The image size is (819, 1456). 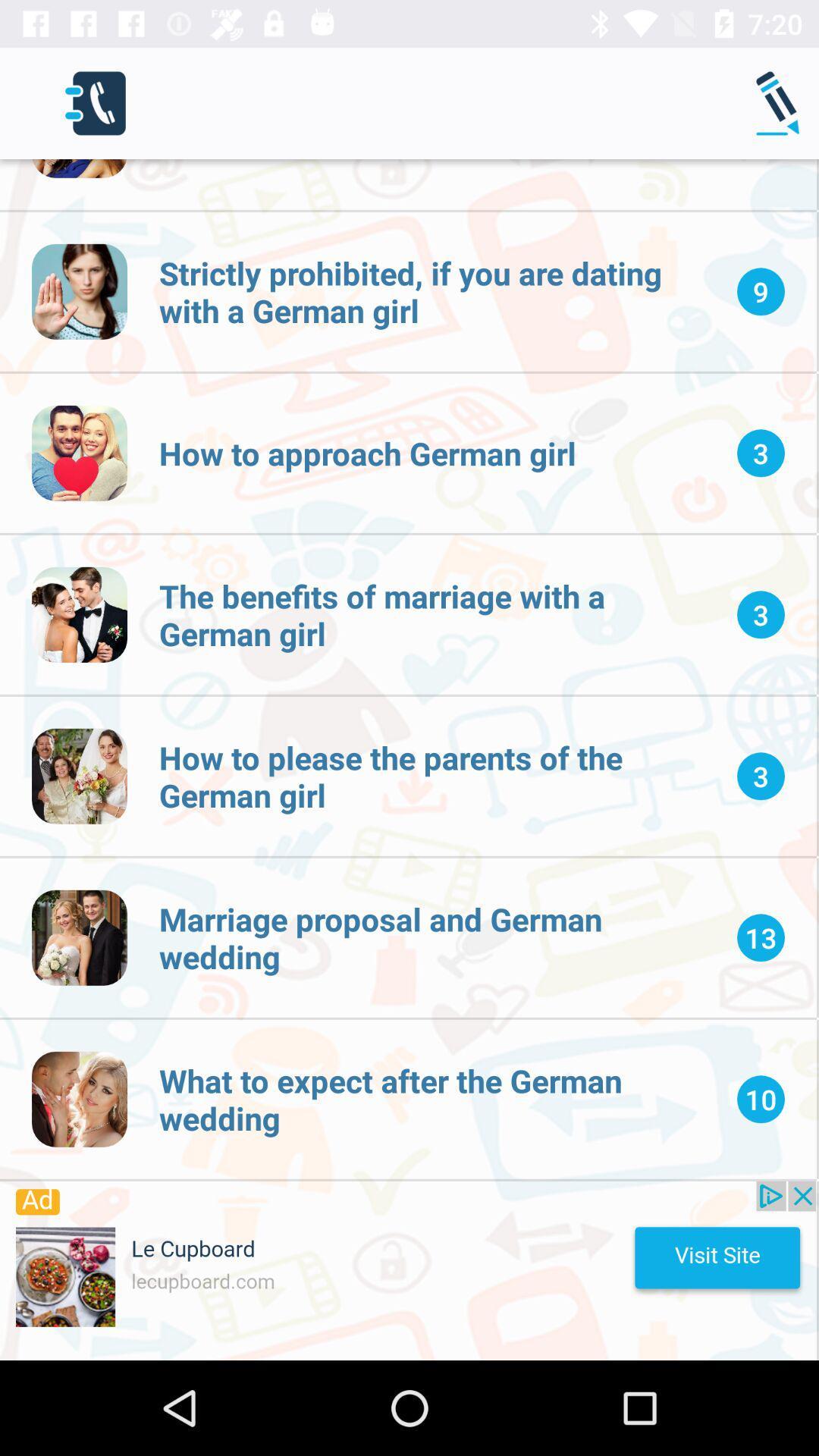 What do you see at coordinates (407, 1270) in the screenshot?
I see `visit advertiser` at bounding box center [407, 1270].